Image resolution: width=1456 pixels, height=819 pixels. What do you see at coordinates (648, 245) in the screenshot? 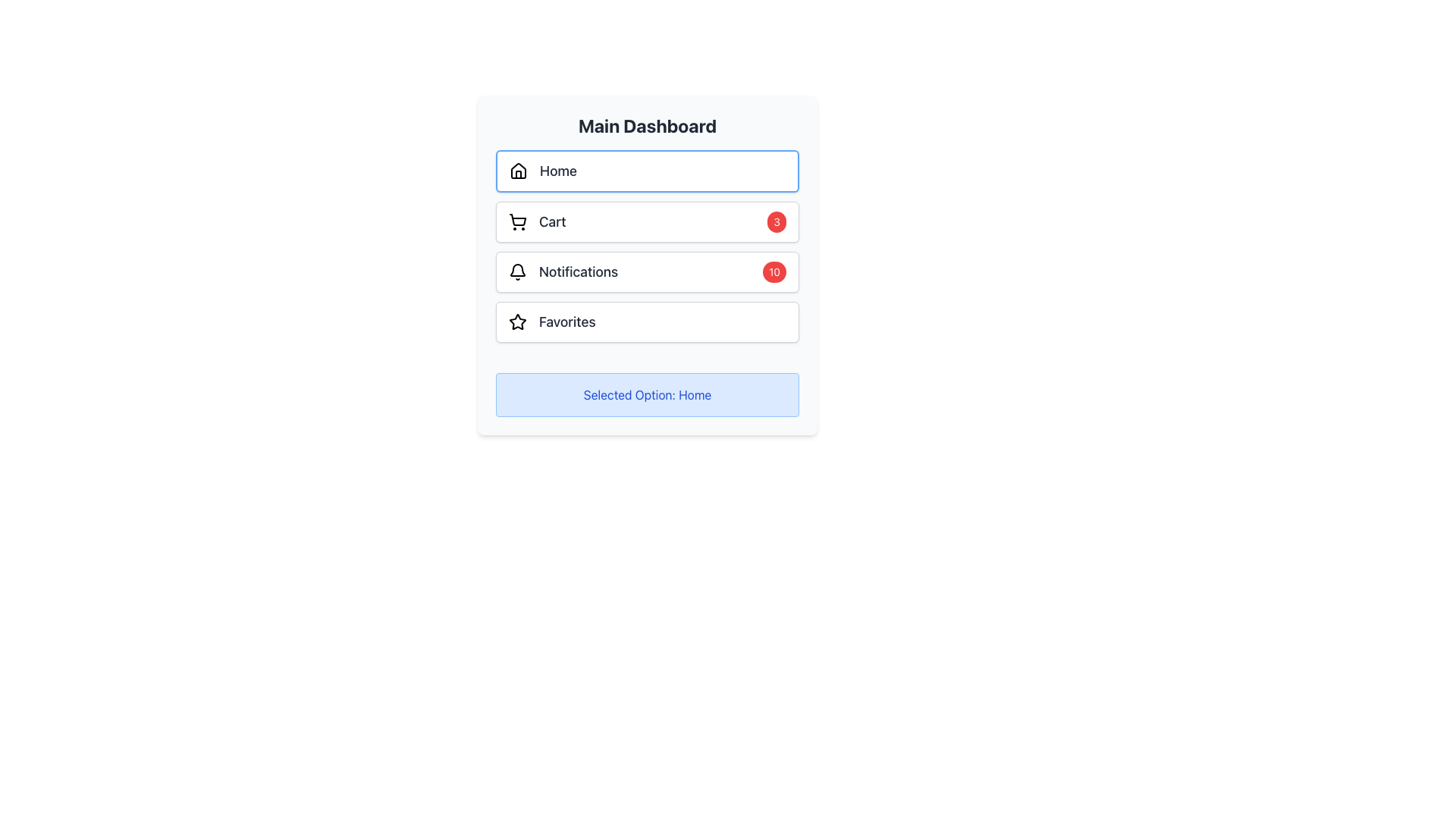
I see `the vertical navigation menu element containing options like 'Home', 'Cart', 'Notifications', and 'Favorites'` at bounding box center [648, 245].